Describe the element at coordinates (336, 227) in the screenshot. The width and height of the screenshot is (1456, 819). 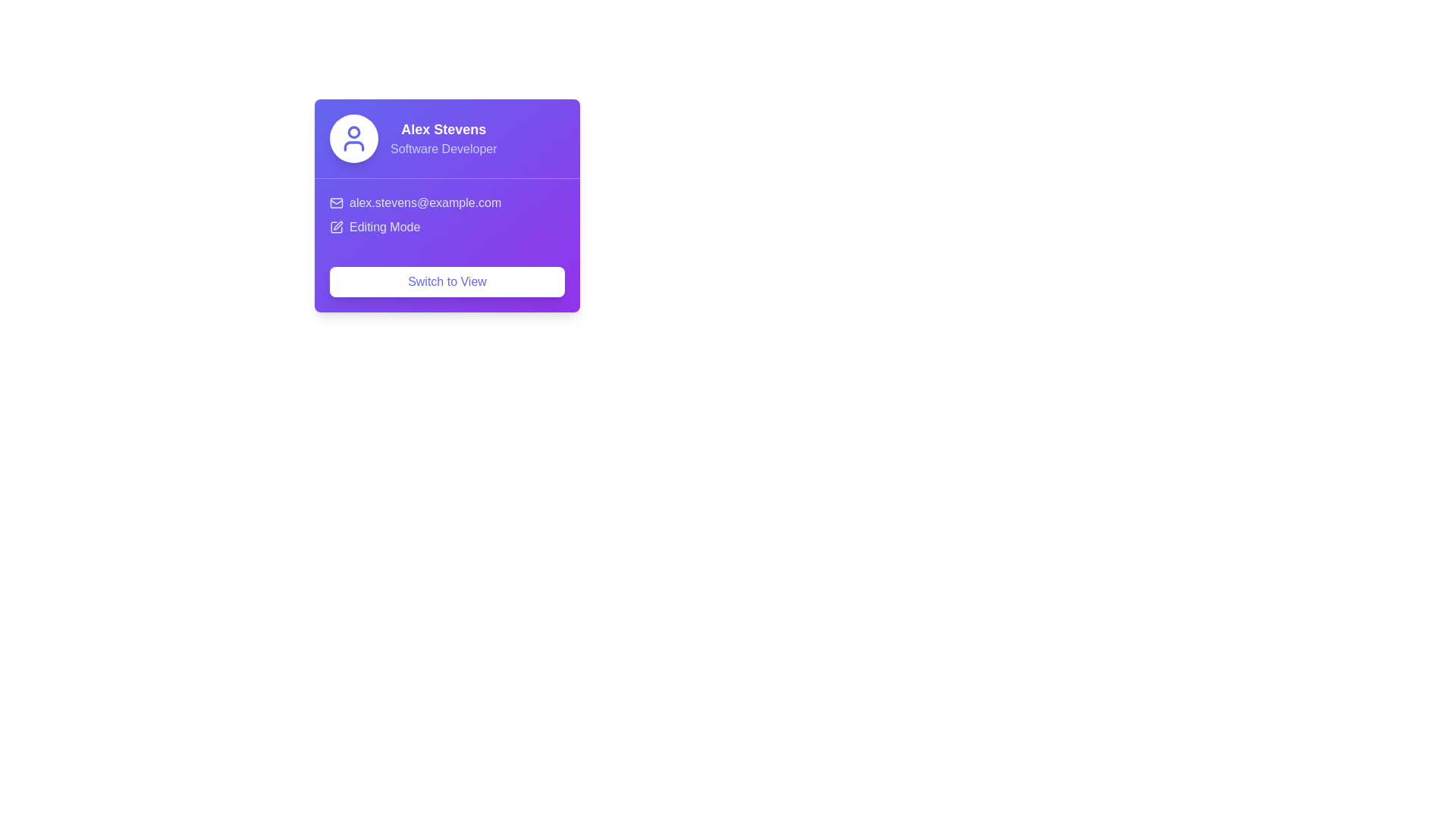
I see `the editing icon represented by a pen inside a square, which is located to the left of the 'Editing Mode' label in the card interface` at that location.